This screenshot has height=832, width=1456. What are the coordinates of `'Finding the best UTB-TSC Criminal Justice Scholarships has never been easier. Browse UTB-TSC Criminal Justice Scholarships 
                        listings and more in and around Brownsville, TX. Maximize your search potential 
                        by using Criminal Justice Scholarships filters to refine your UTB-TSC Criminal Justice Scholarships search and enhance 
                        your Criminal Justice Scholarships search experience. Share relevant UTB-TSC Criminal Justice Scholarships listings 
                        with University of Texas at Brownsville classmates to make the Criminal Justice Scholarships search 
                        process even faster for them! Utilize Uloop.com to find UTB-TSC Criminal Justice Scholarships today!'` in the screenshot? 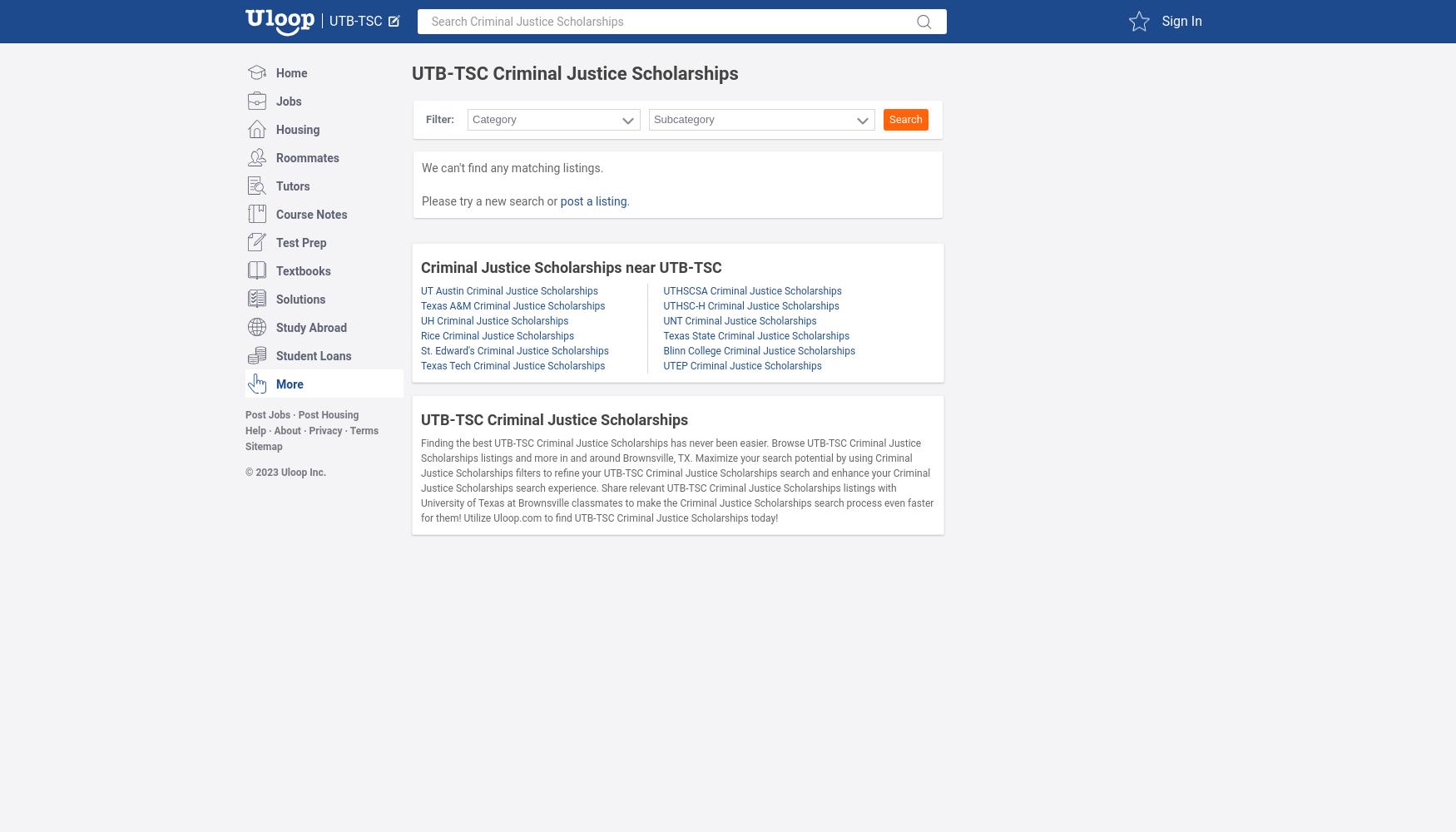 It's located at (419, 480).